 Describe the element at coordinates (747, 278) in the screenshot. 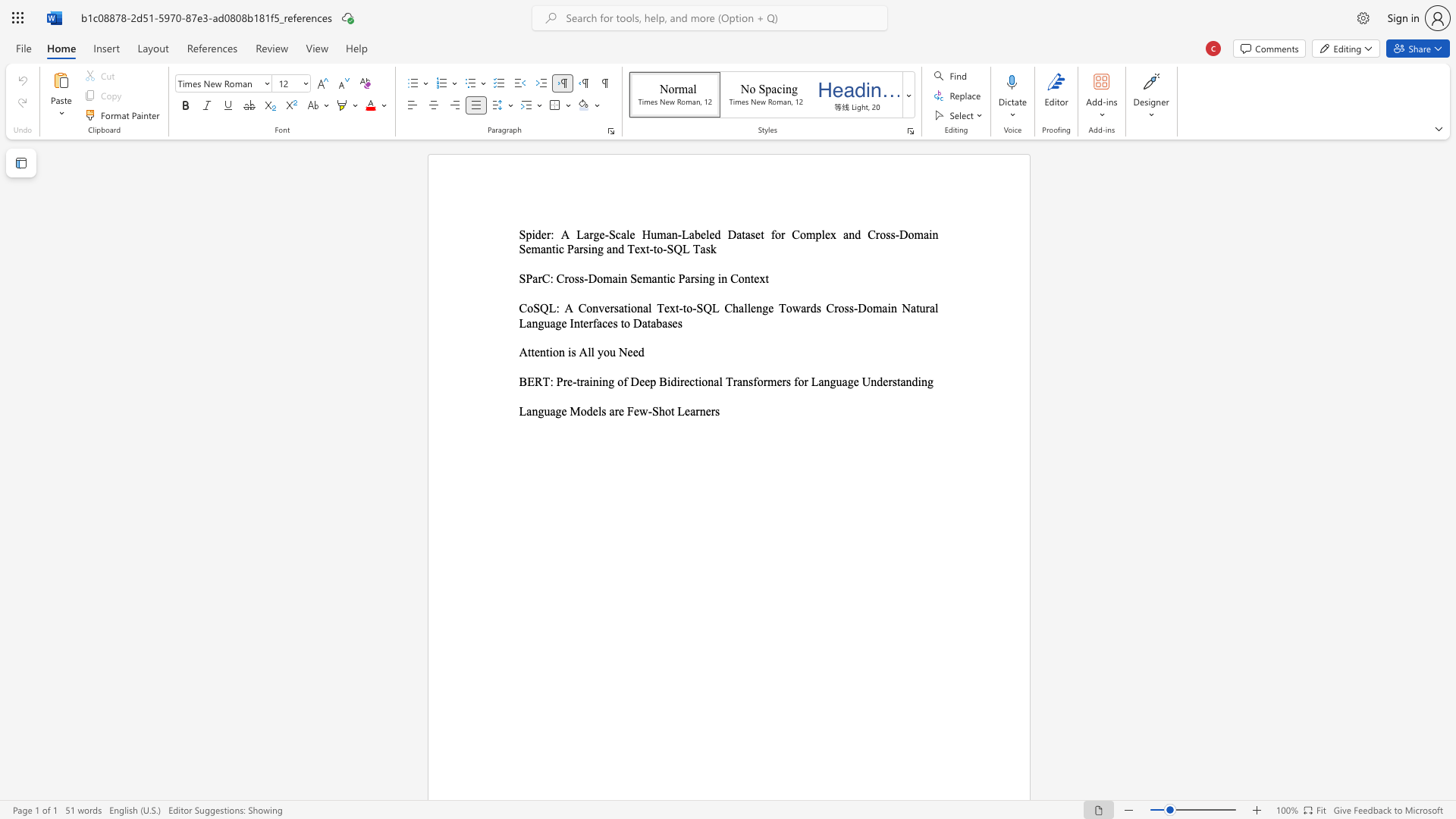

I see `the 5th character "n" in the text` at that location.